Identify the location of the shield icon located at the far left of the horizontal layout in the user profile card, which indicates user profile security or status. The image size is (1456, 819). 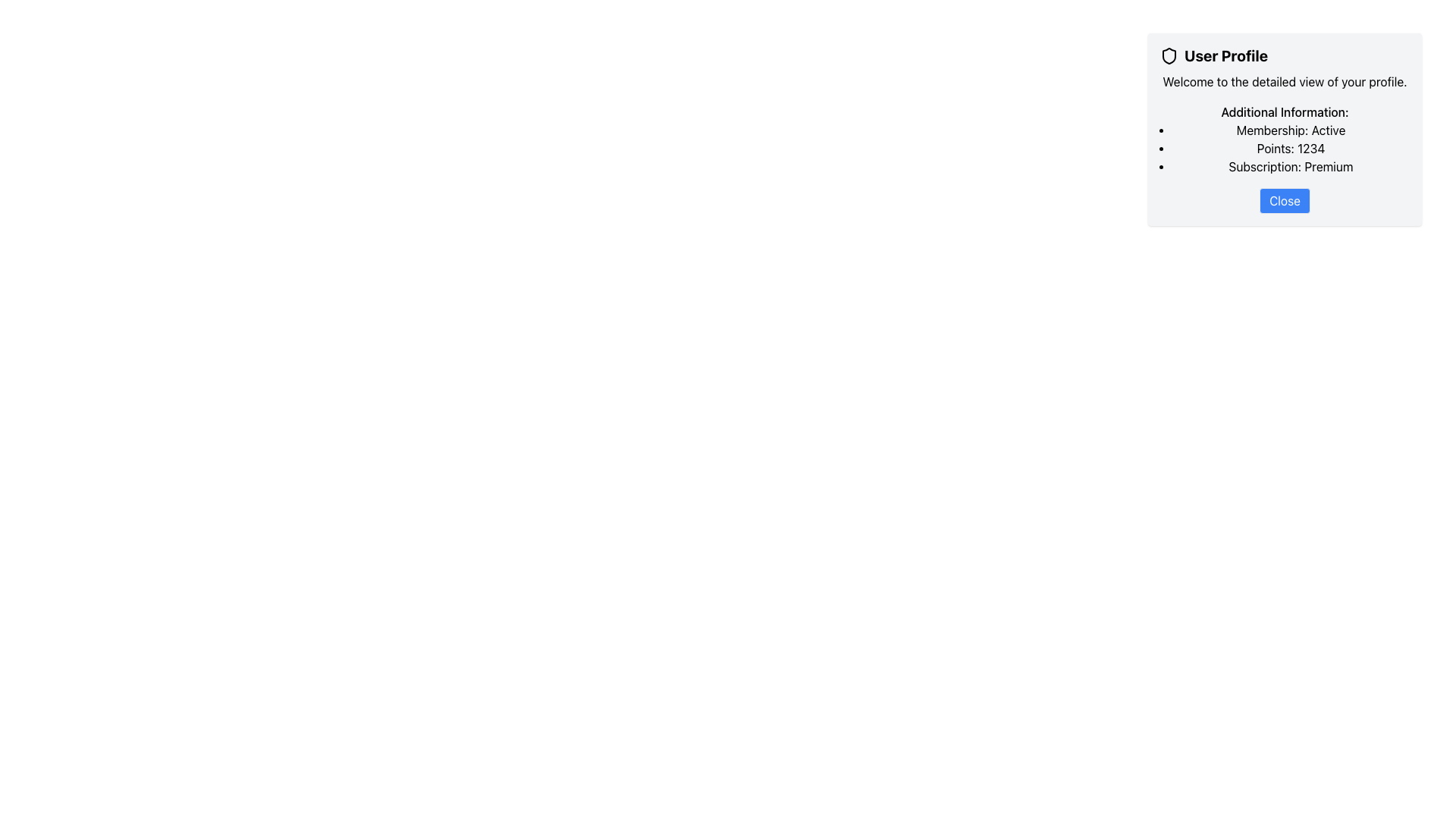
(1168, 55).